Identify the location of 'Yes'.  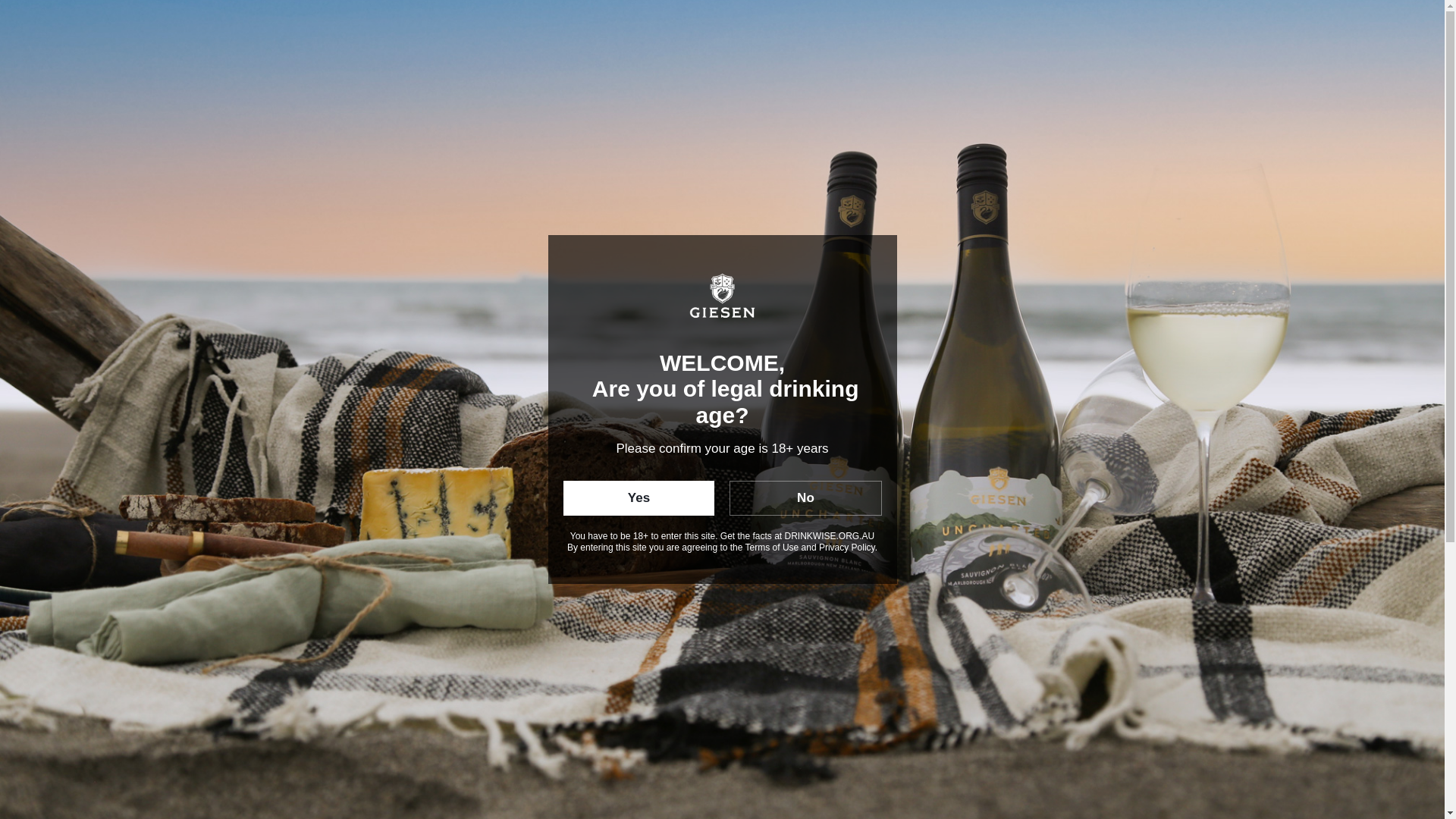
(638, 497).